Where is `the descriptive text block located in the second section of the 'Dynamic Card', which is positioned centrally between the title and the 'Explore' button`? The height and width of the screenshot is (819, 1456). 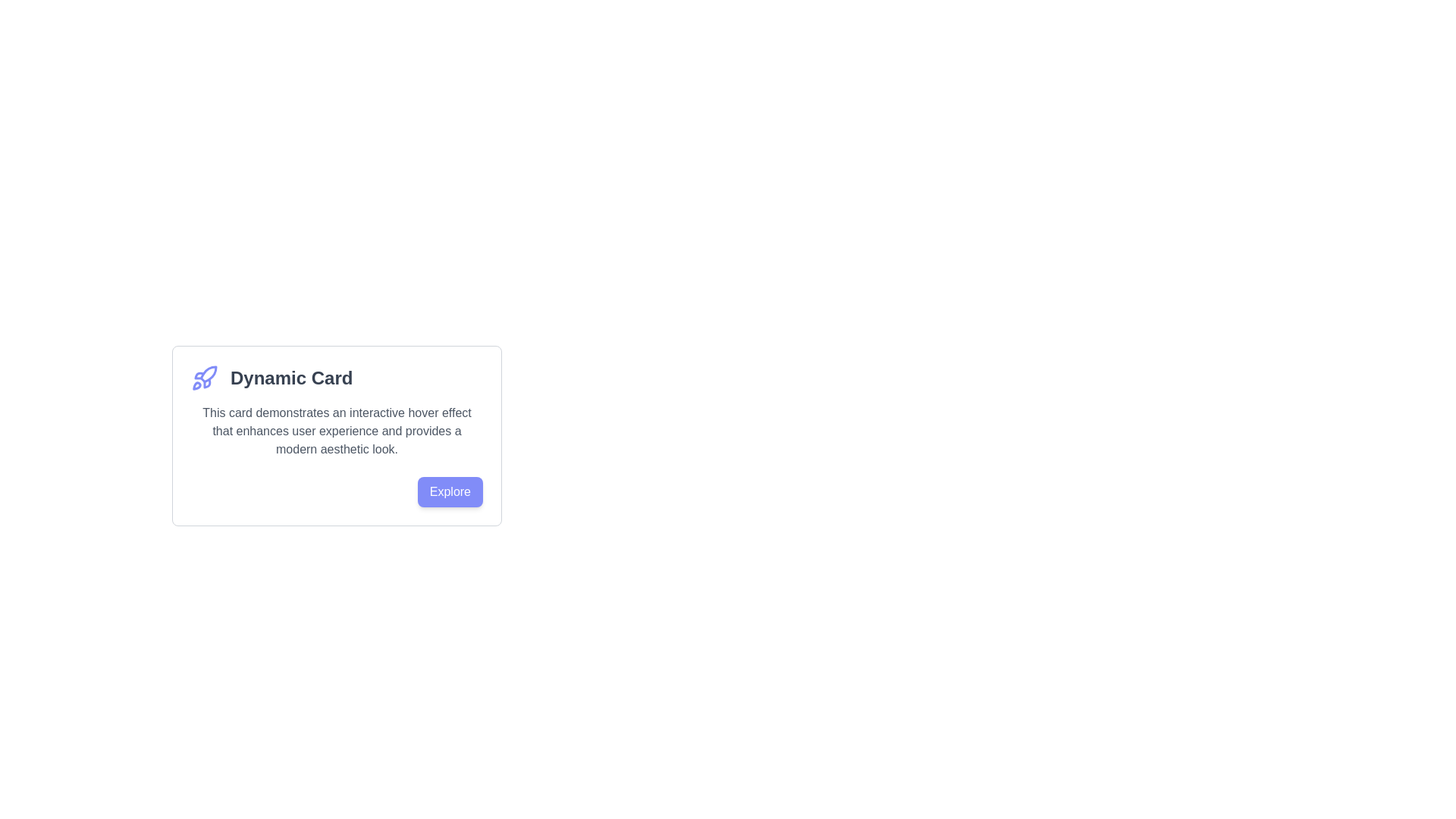
the descriptive text block located in the second section of the 'Dynamic Card', which is positioned centrally between the title and the 'Explore' button is located at coordinates (336, 431).